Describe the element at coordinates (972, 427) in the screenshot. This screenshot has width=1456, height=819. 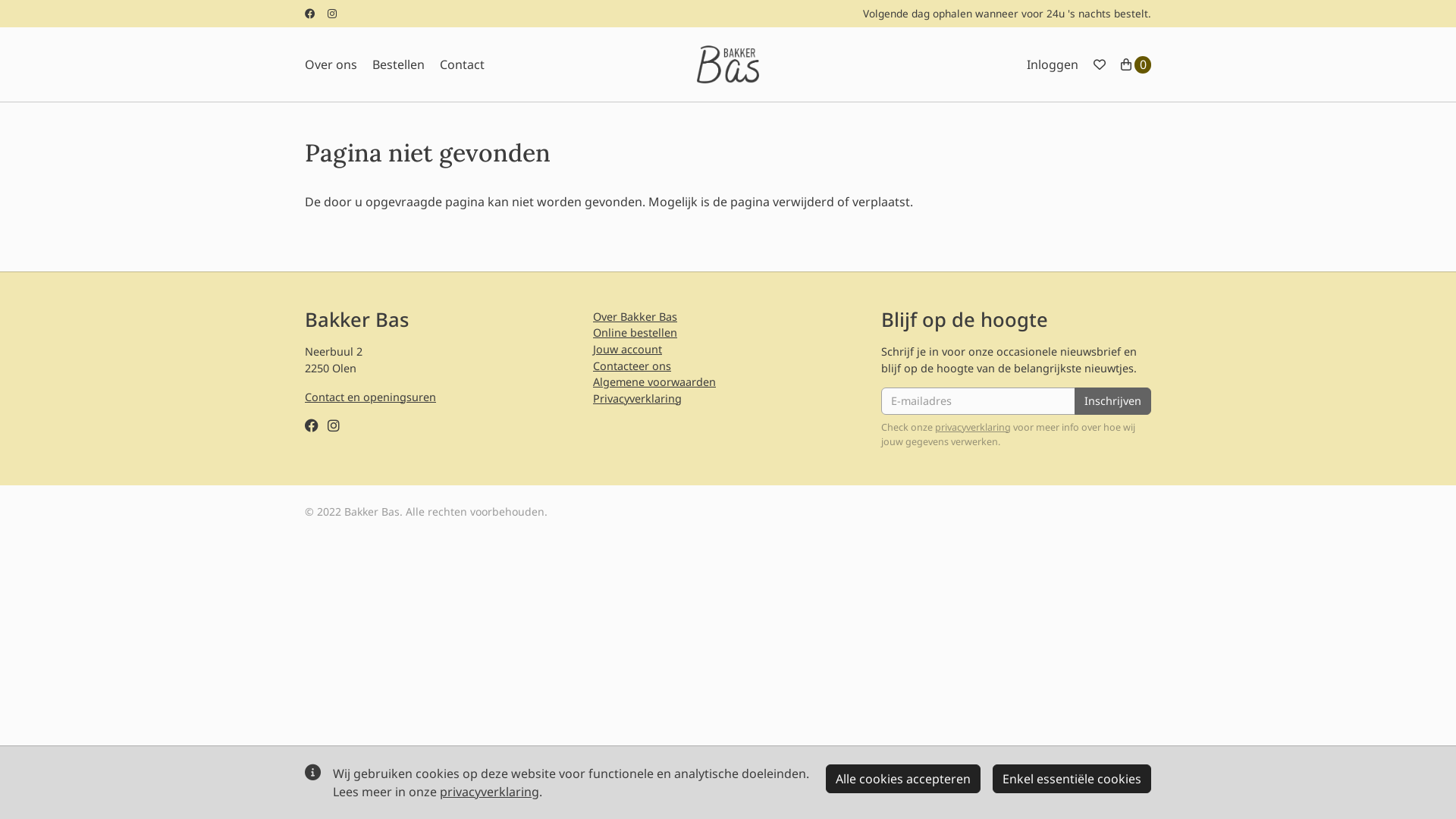
I see `'privacyverklaring'` at that location.